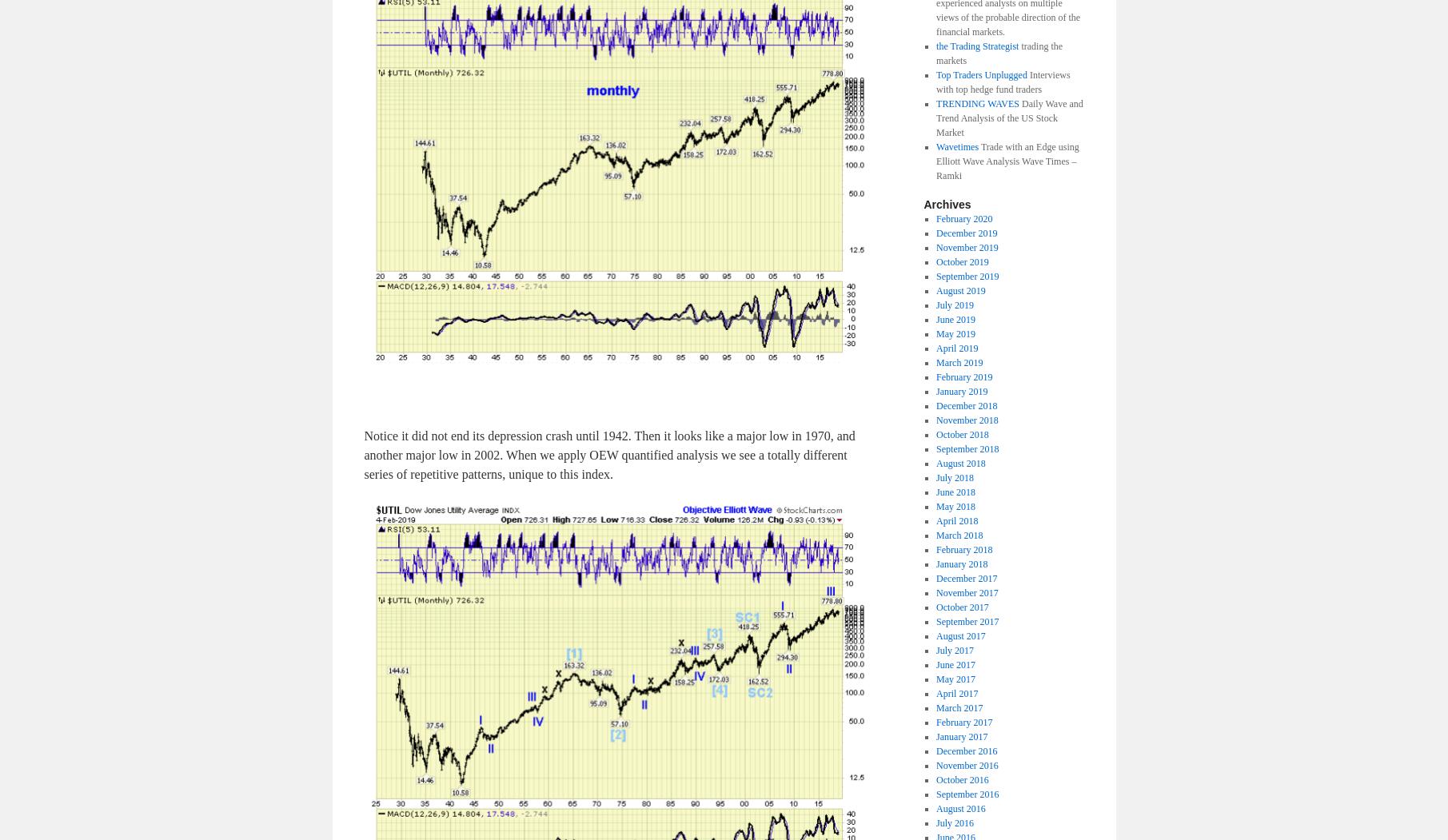 The image size is (1448, 840). Describe the element at coordinates (935, 491) in the screenshot. I see `'June 2018'` at that location.